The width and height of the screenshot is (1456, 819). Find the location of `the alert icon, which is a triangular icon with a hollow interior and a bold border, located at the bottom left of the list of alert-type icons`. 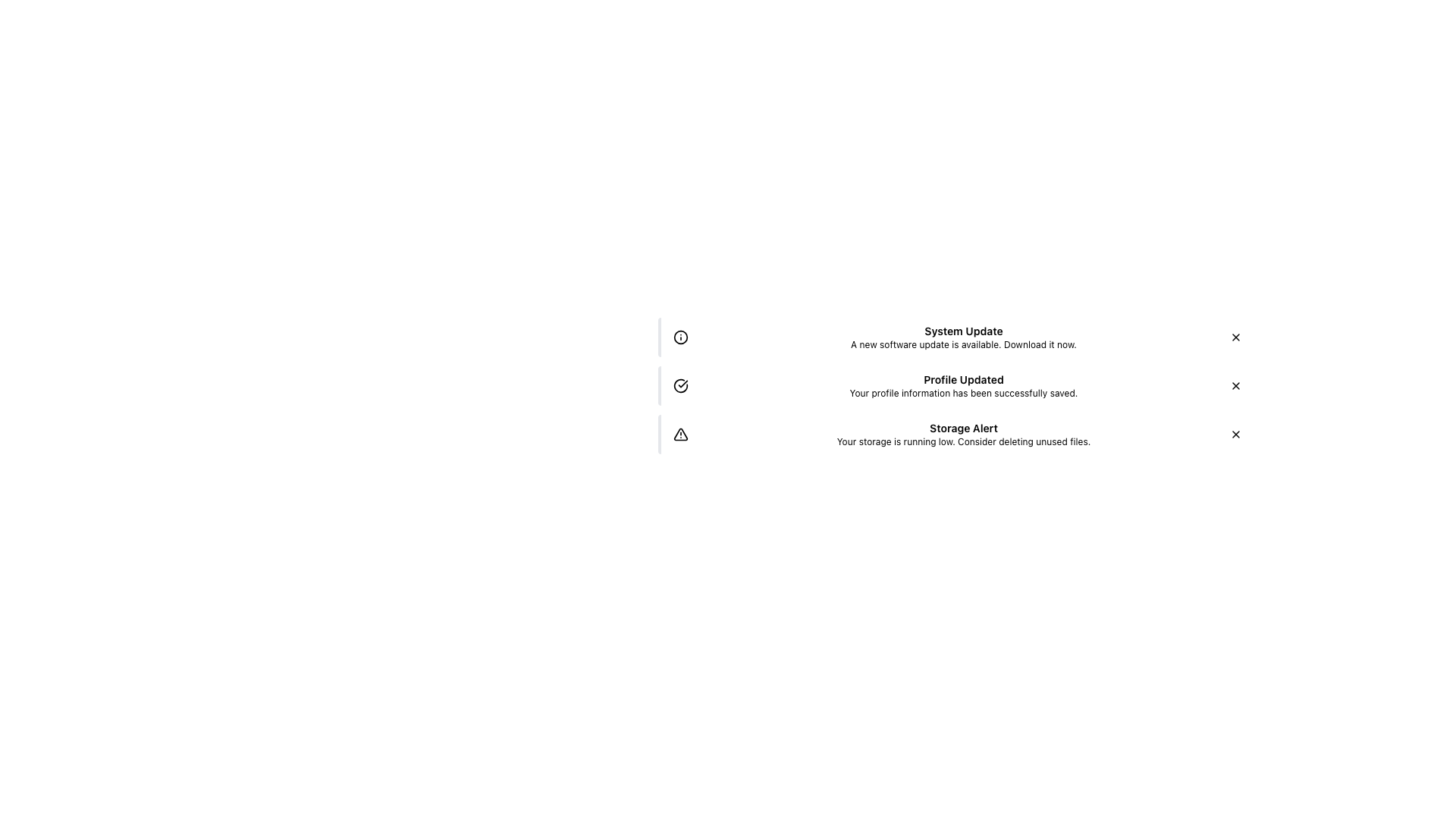

the alert icon, which is a triangular icon with a hollow interior and a bold border, located at the bottom left of the list of alert-type icons is located at coordinates (679, 434).